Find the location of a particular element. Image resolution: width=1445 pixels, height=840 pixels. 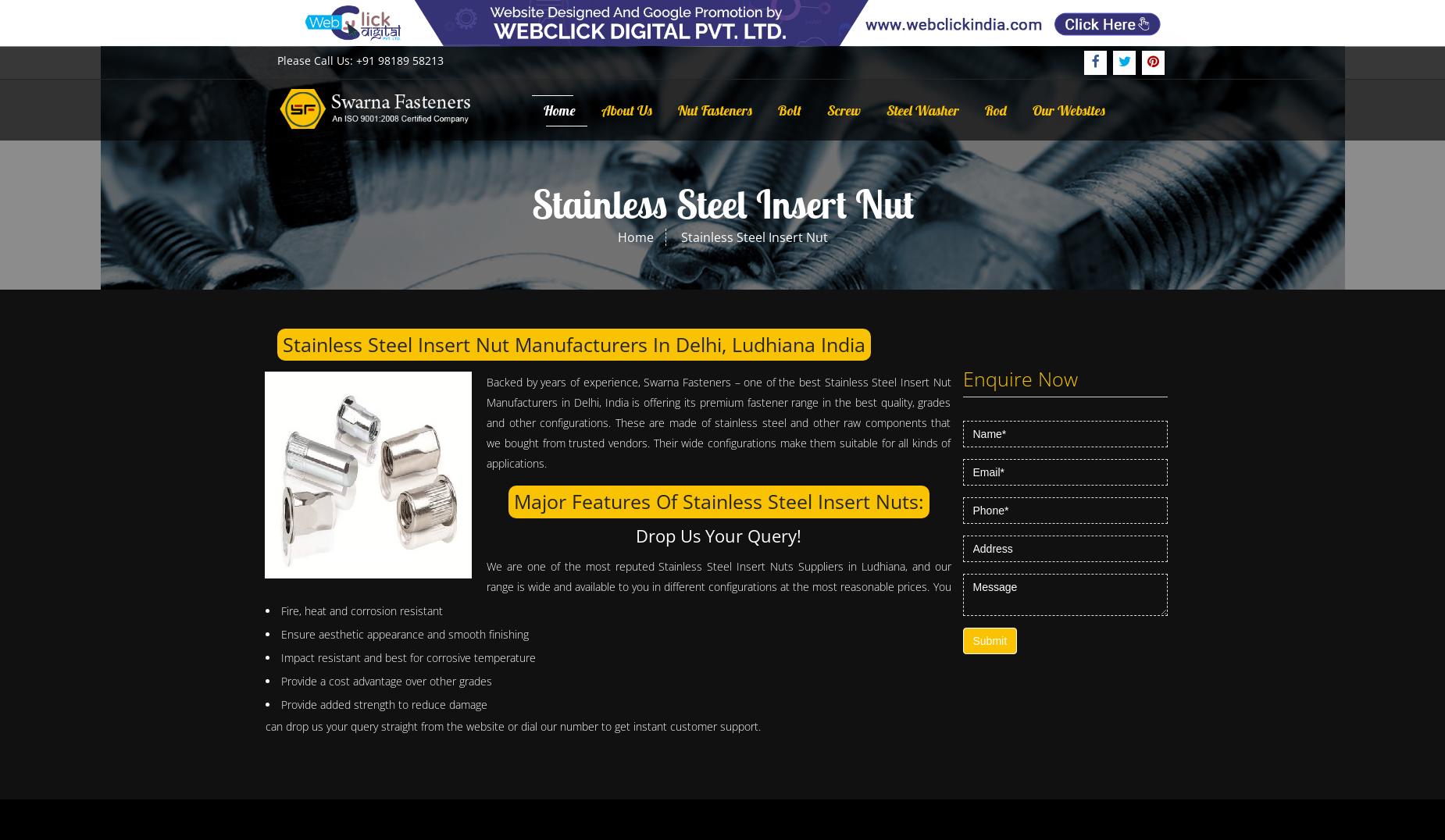

'Backed by years of experience, Swarna Fasteners – one of the best Stainless Steel Insert Nut Manufacturers in Delhi, India is offering its premium fastener range in the best quality, grades and other configurations. These are made of stainless steel and other raw components that we bought from trusted vendors. Their wide configurations make them suitable for all kinds of applications.' is located at coordinates (487, 422).